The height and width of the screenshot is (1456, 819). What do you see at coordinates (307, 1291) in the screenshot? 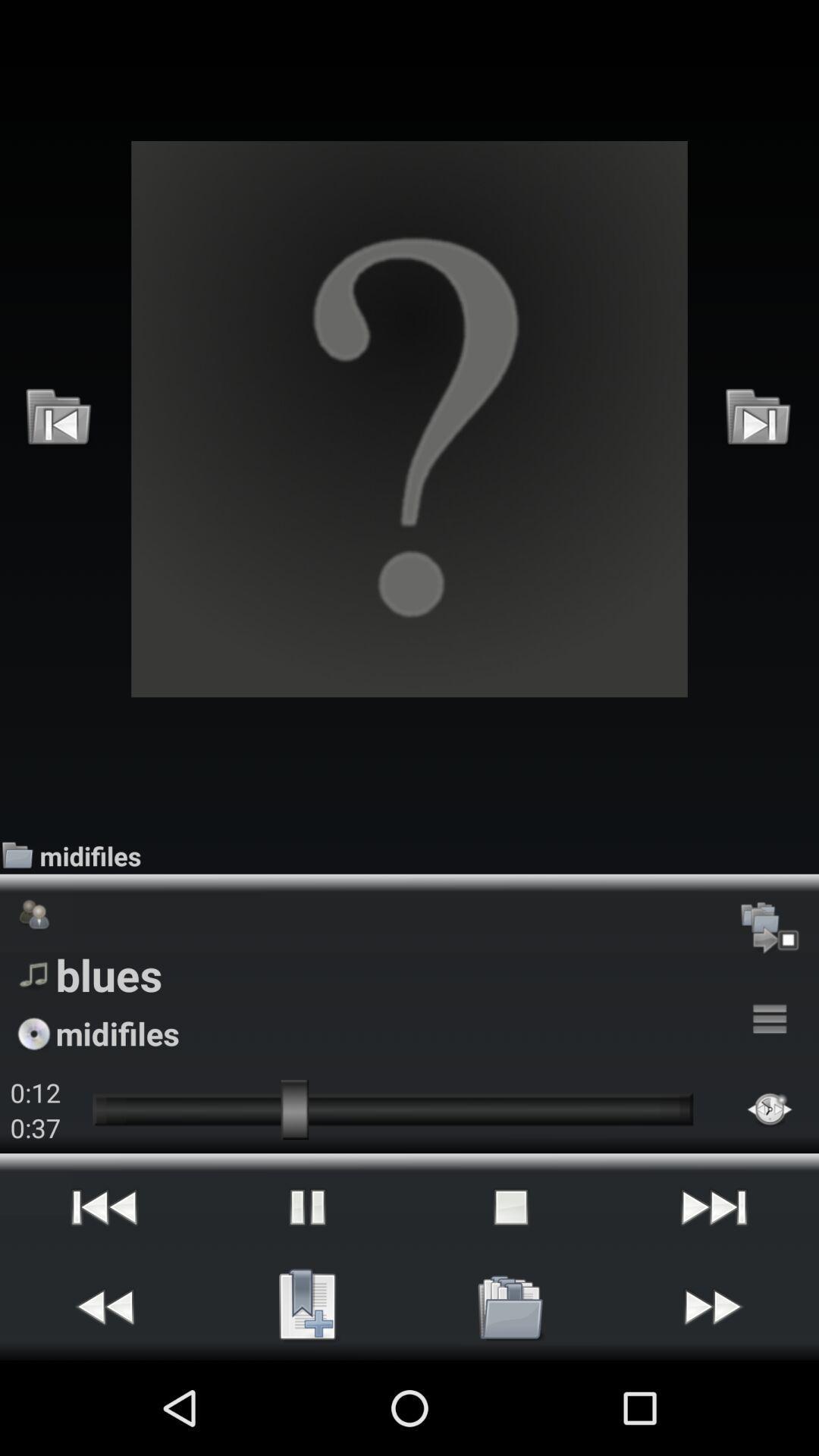
I see `the pause icon` at bounding box center [307, 1291].